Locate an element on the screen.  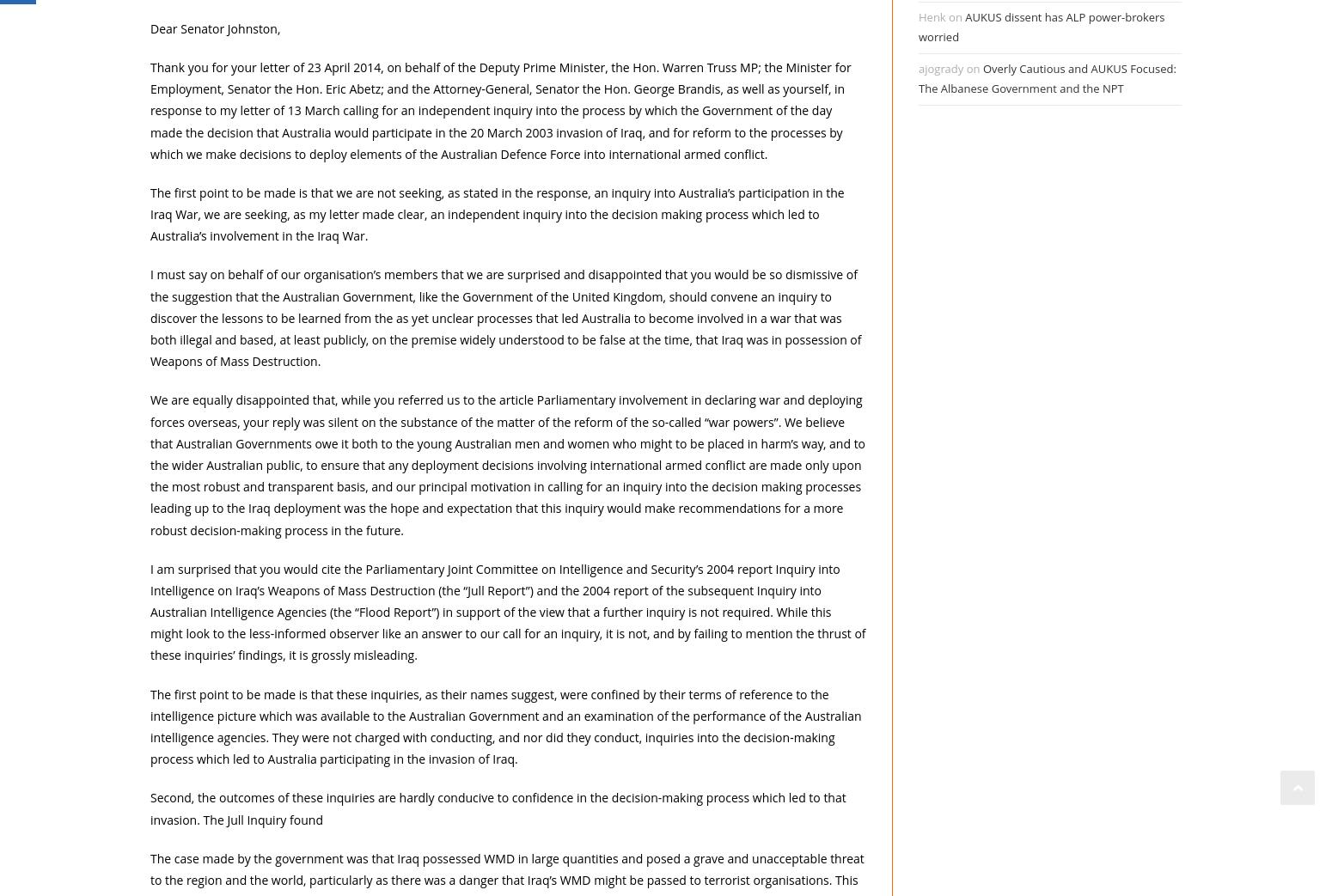
'Henk' is located at coordinates (932, 16).